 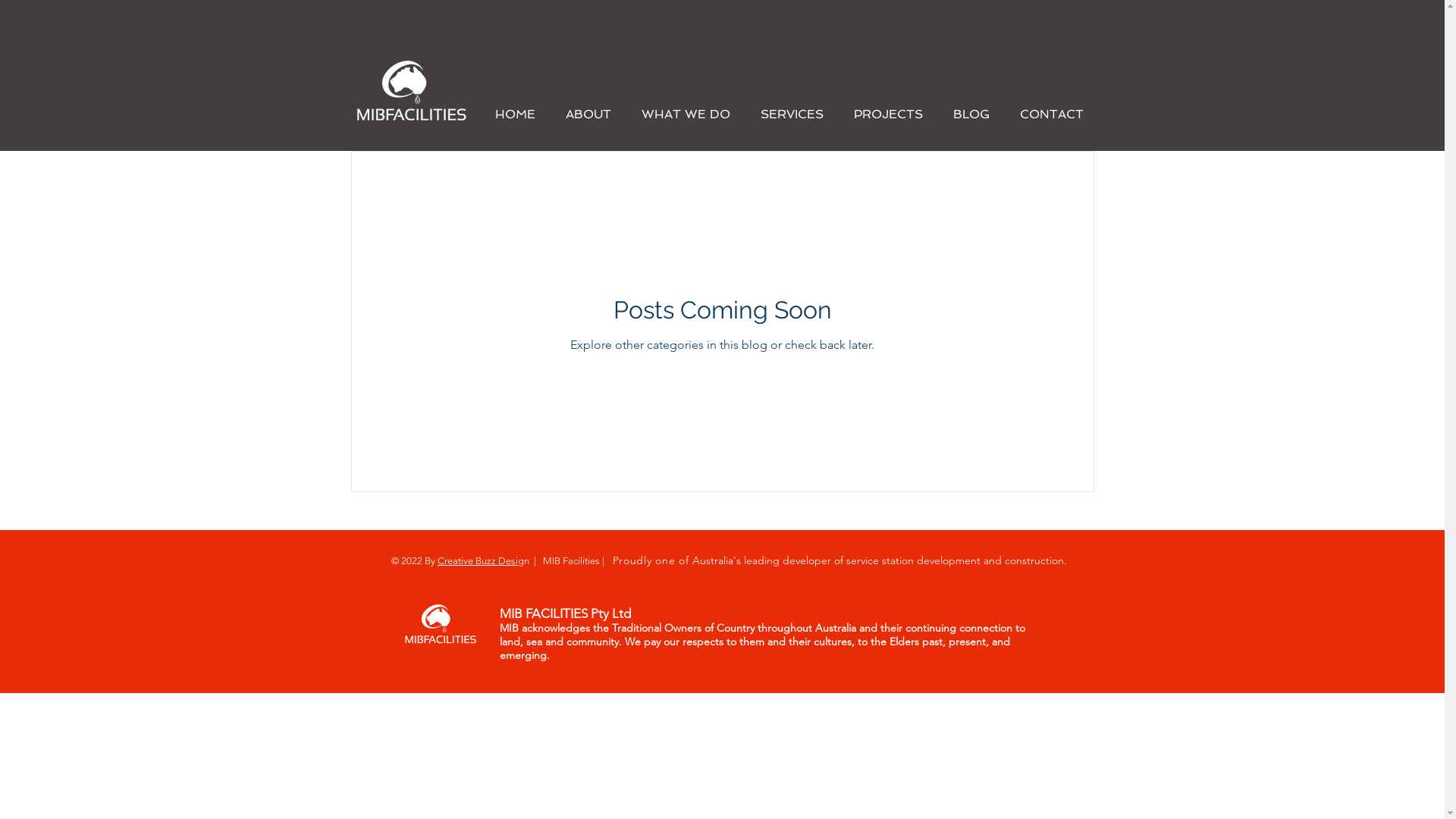 What do you see at coordinates (685, 113) in the screenshot?
I see `'WHAT WE DO'` at bounding box center [685, 113].